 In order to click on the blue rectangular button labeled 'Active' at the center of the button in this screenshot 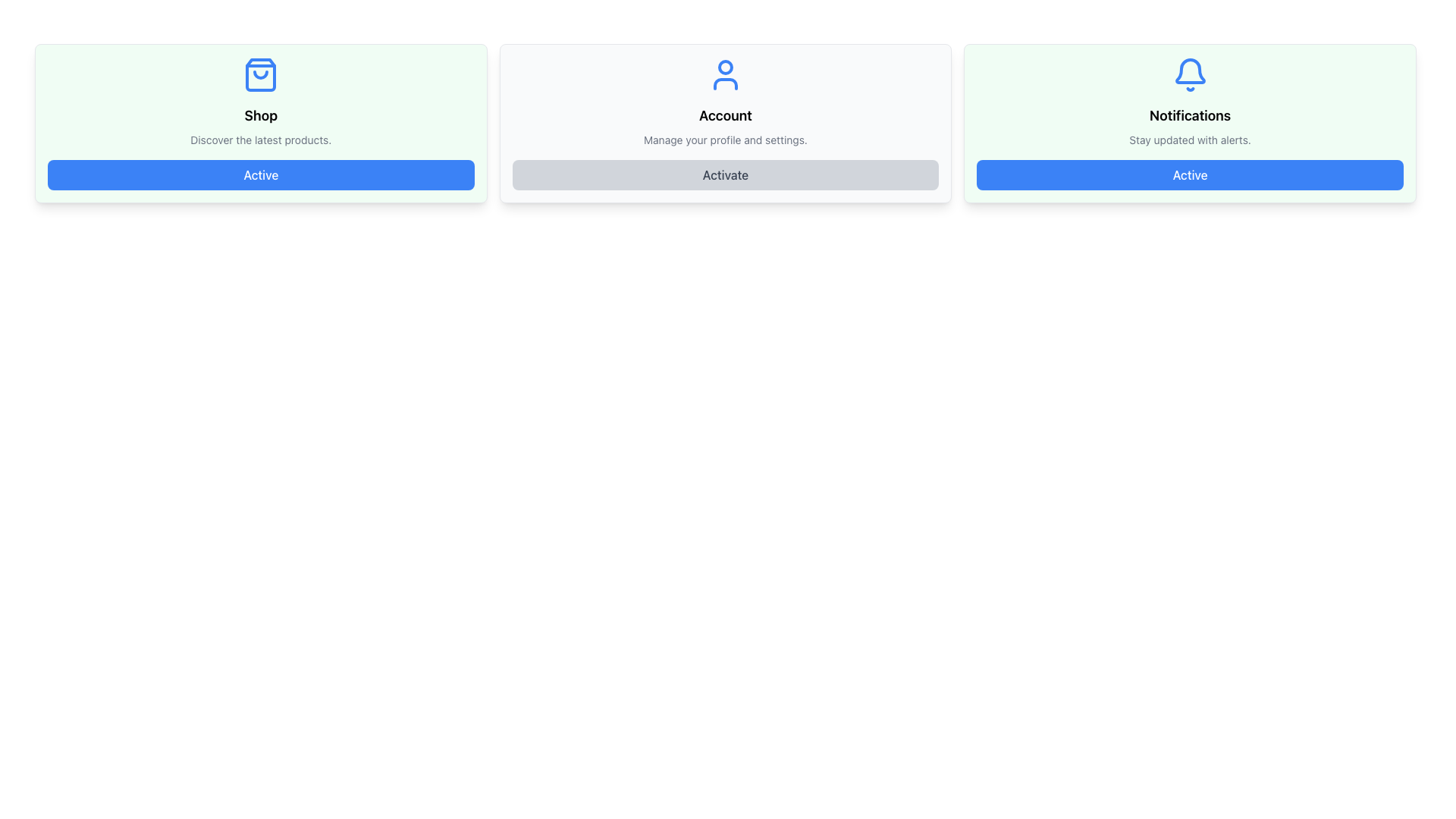, I will do `click(261, 174)`.